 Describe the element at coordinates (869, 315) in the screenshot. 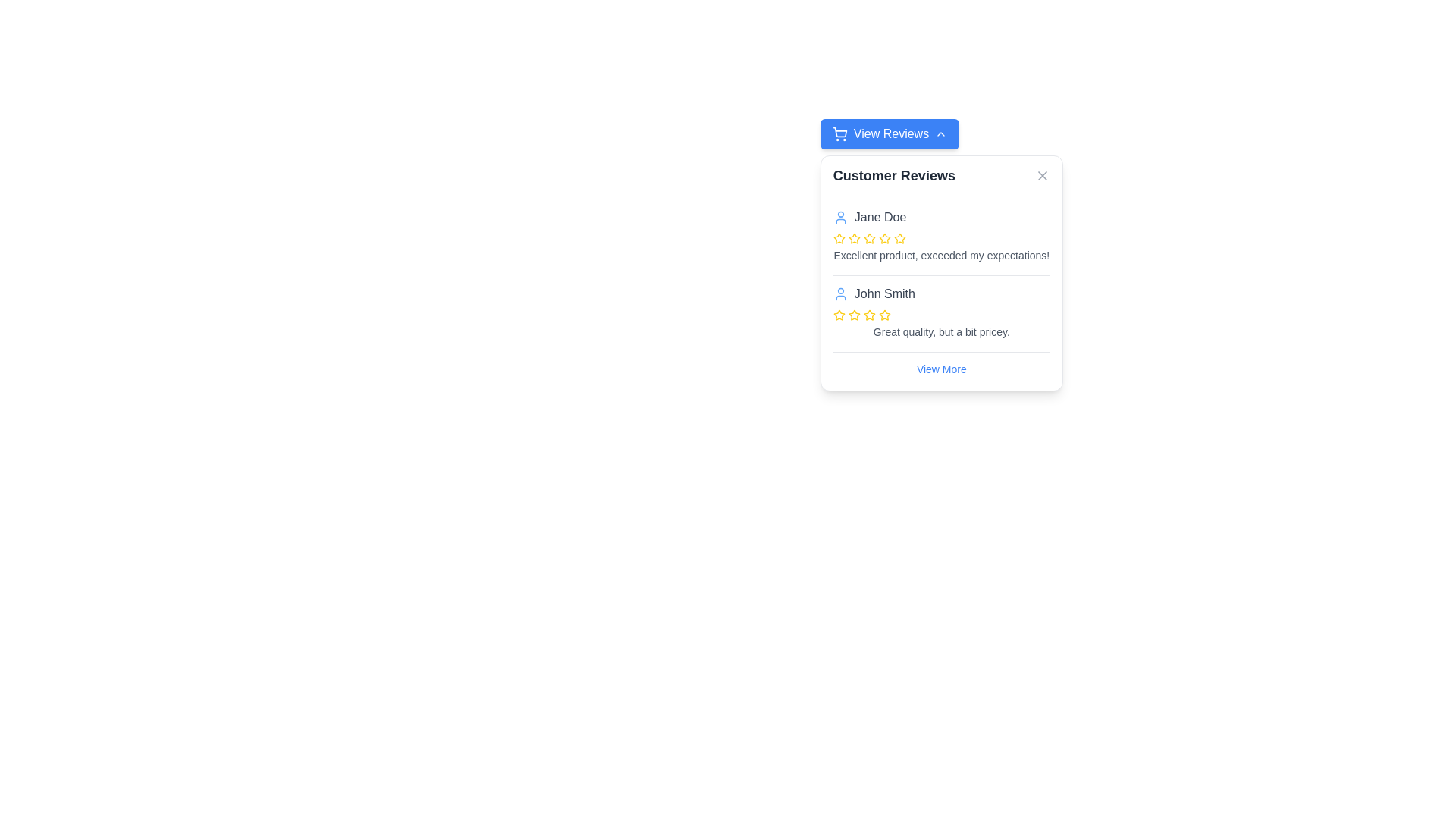

I see `the fifth star-shaped icon in the rating system next to the reviewer 'John Smith' to potentially interact with the rating` at that location.